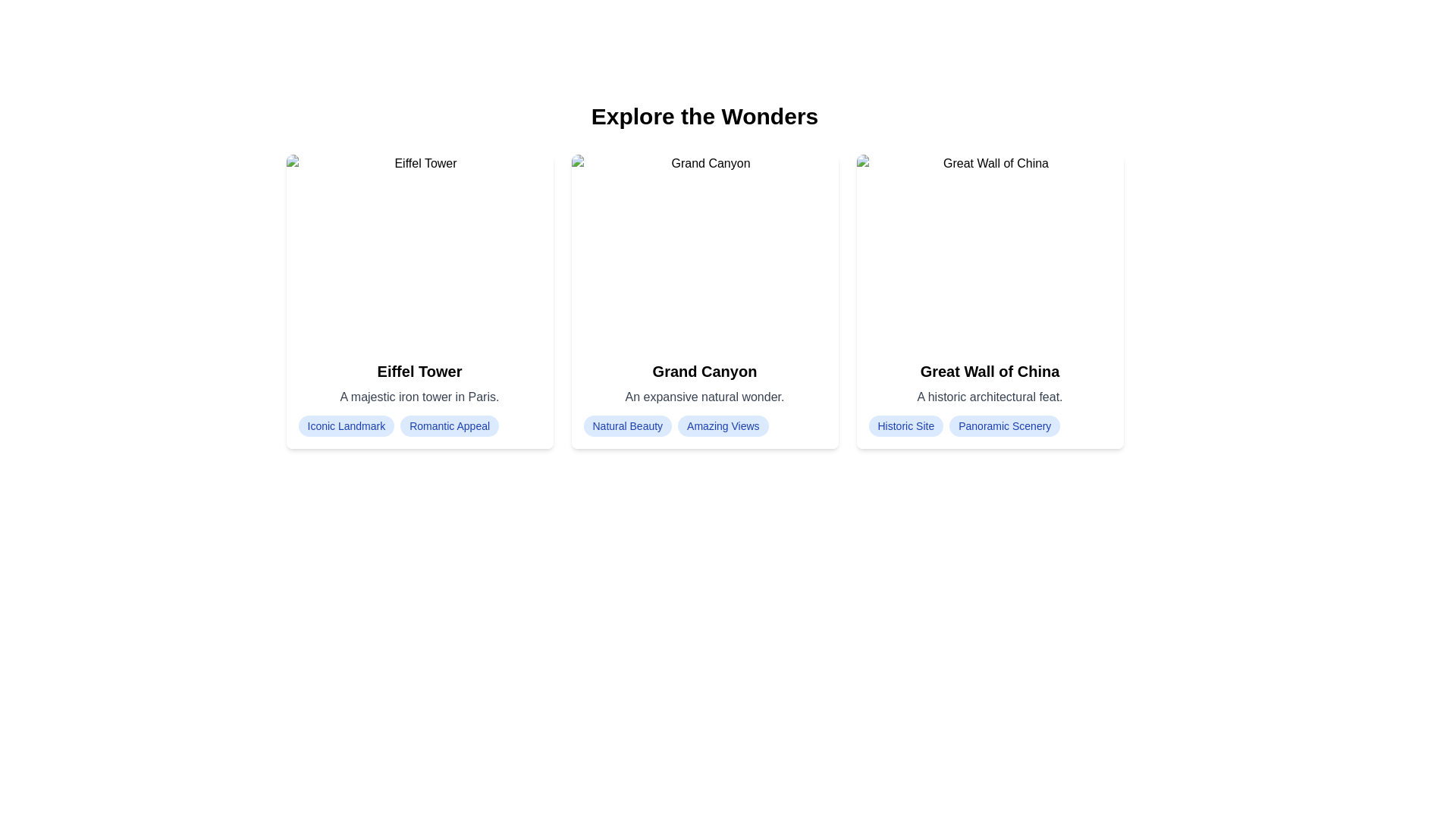 The image size is (1456, 819). I want to click on the Badge (Label) that describes the Grand Canyon, positioned centrally in the middle column of a three-column layout, directly below the text about the Grand Canyon, so click(627, 426).